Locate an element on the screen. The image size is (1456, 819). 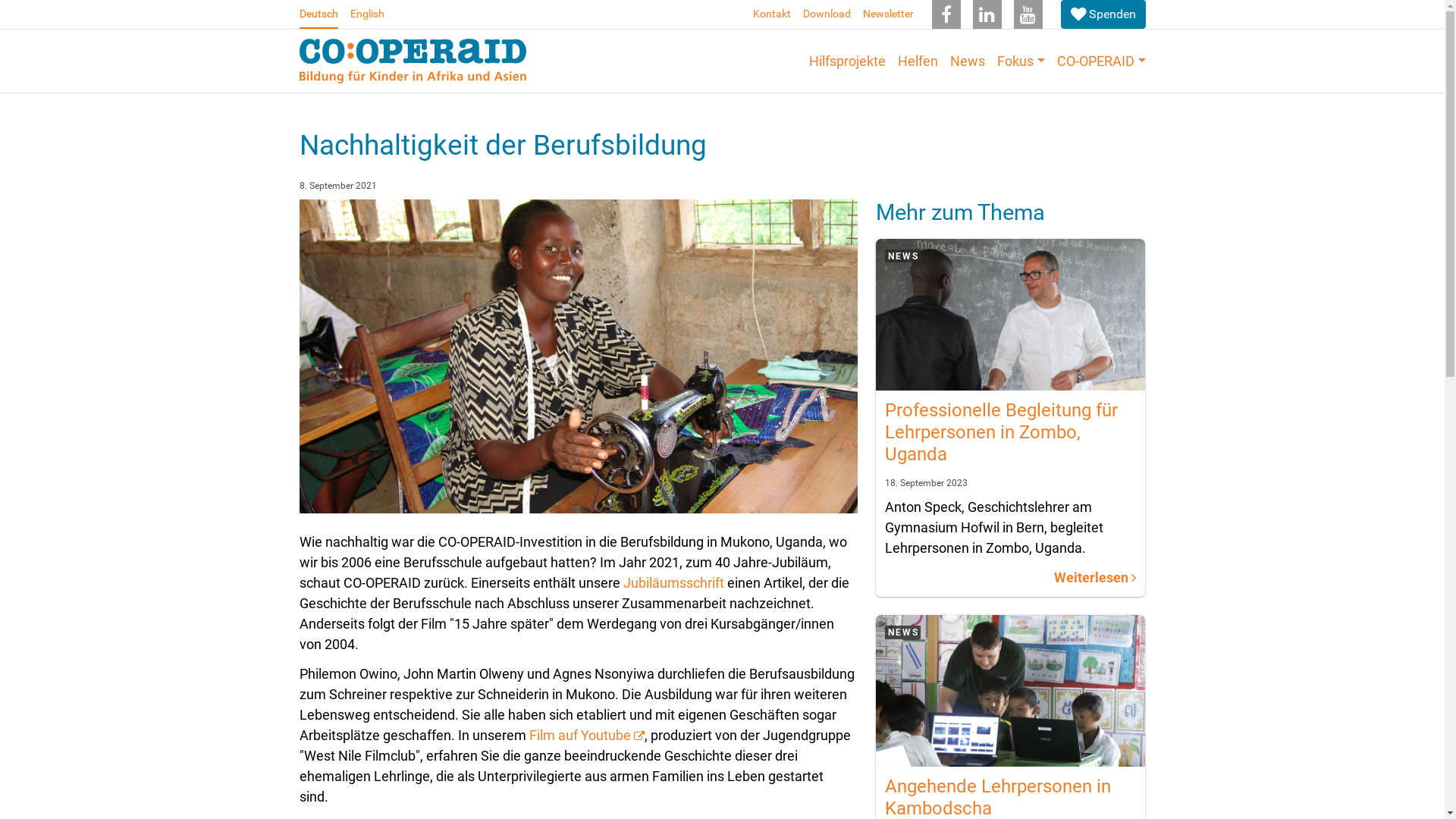
'Studierende PH Luzern in Kambodscha' is located at coordinates (1010, 690).